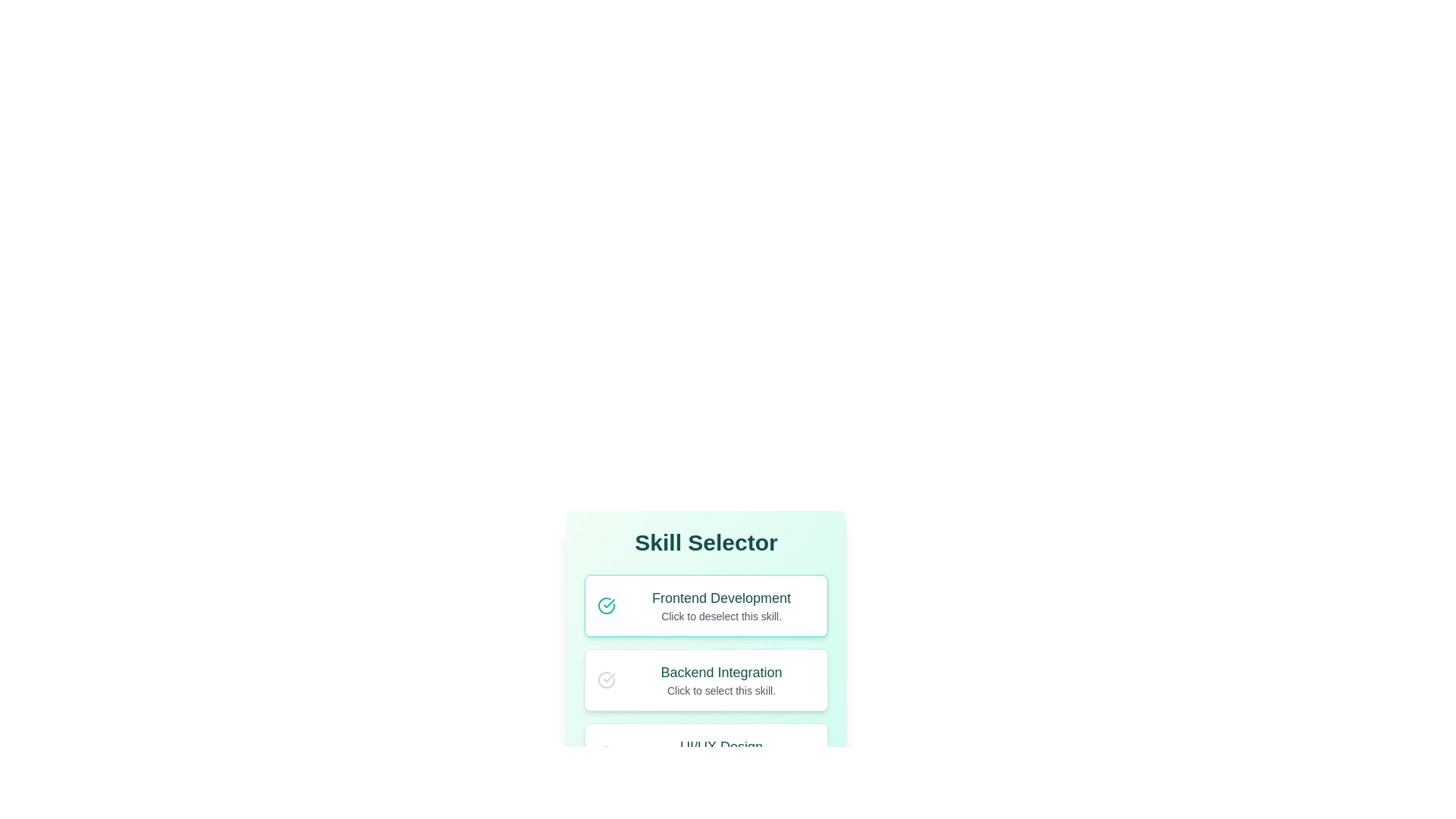 The width and height of the screenshot is (1456, 819). I want to click on the skill card for UI/UX Design, so click(705, 755).